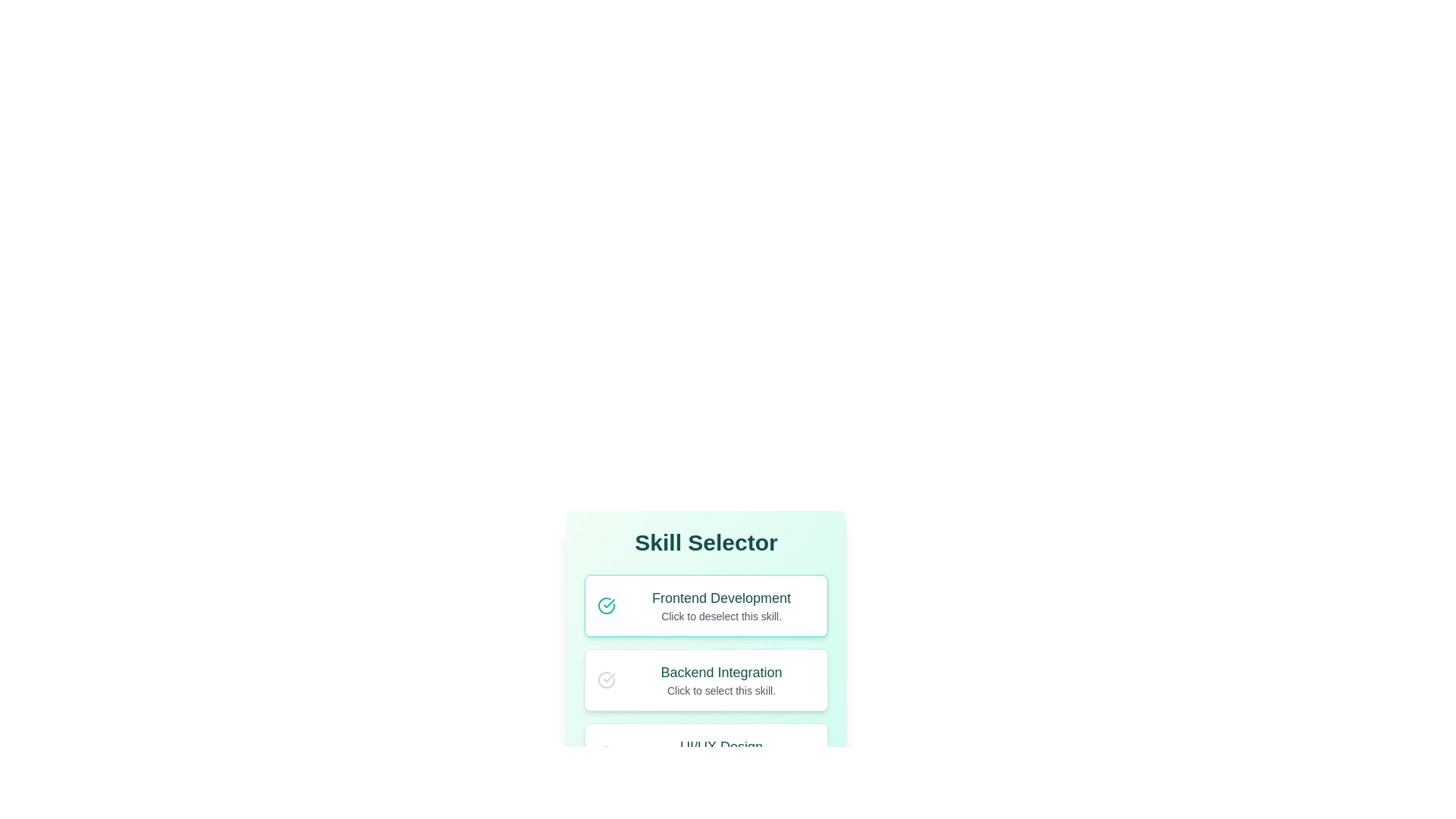 The width and height of the screenshot is (1456, 819). I want to click on the skill card for UI/UX Design, so click(705, 755).